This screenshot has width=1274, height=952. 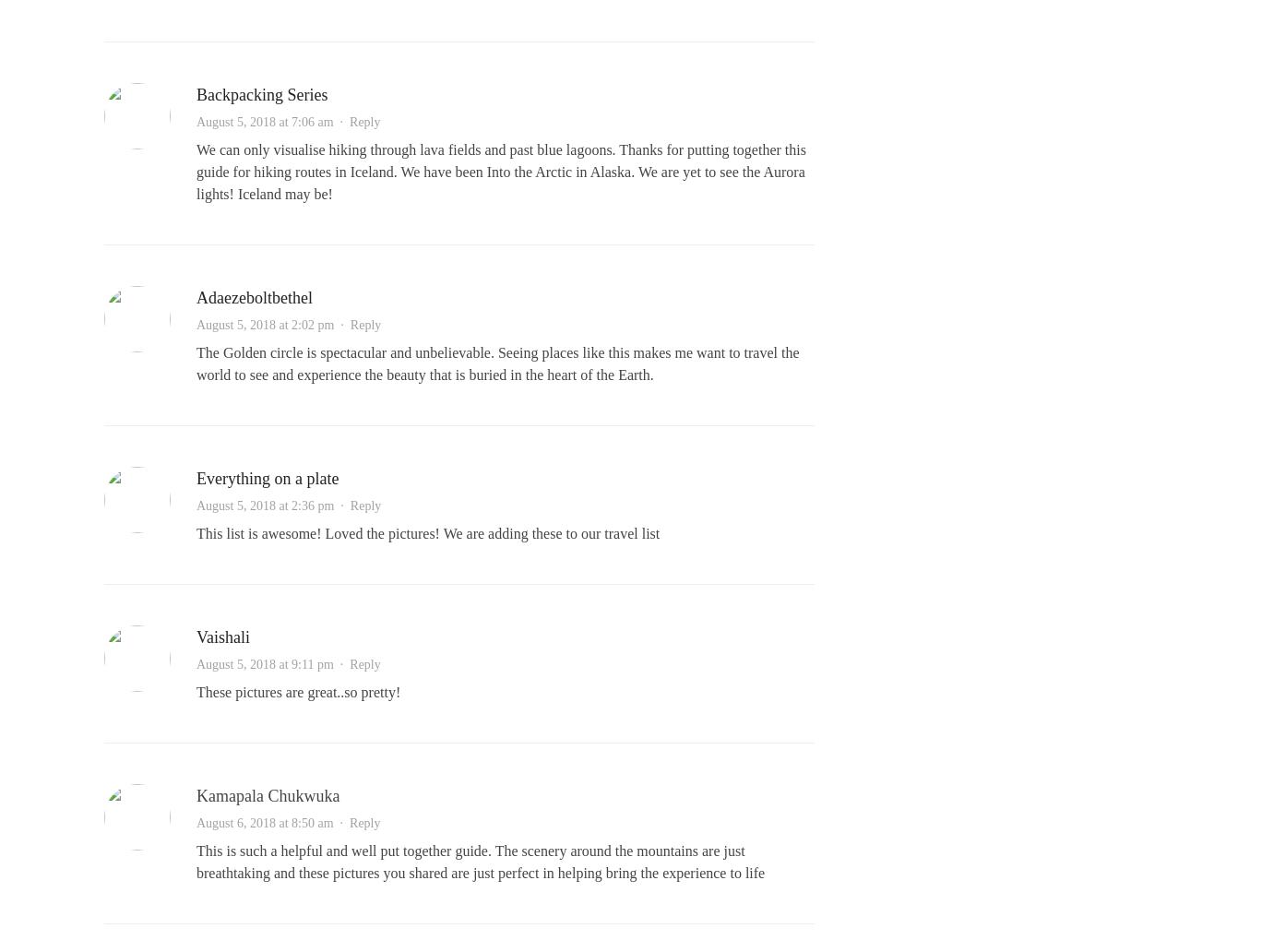 What do you see at coordinates (261, 94) in the screenshot?
I see `'Backpacking Series'` at bounding box center [261, 94].